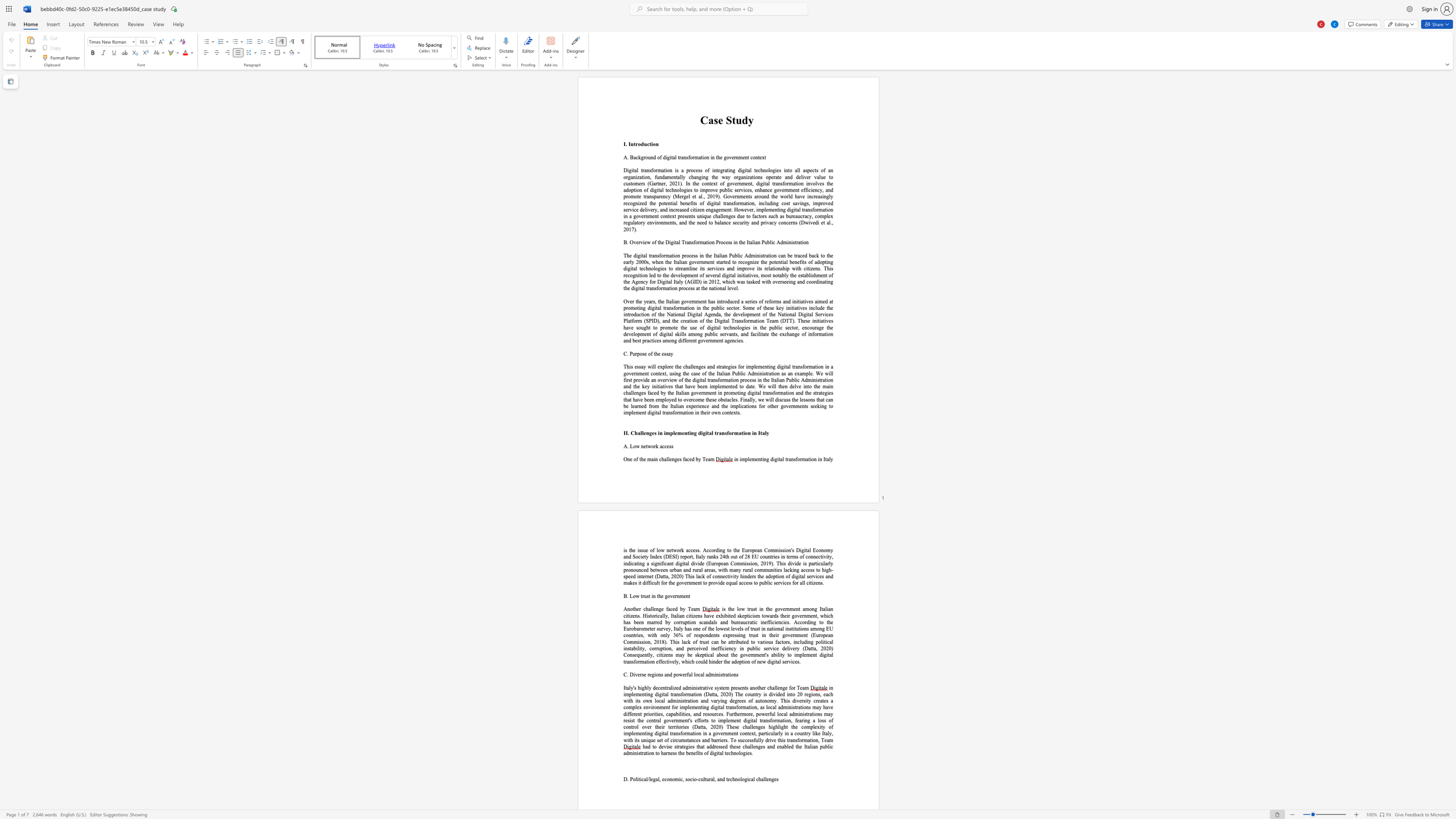 The height and width of the screenshot is (819, 1456). Describe the element at coordinates (733, 327) in the screenshot. I see `the 1th character "n" in the text` at that location.